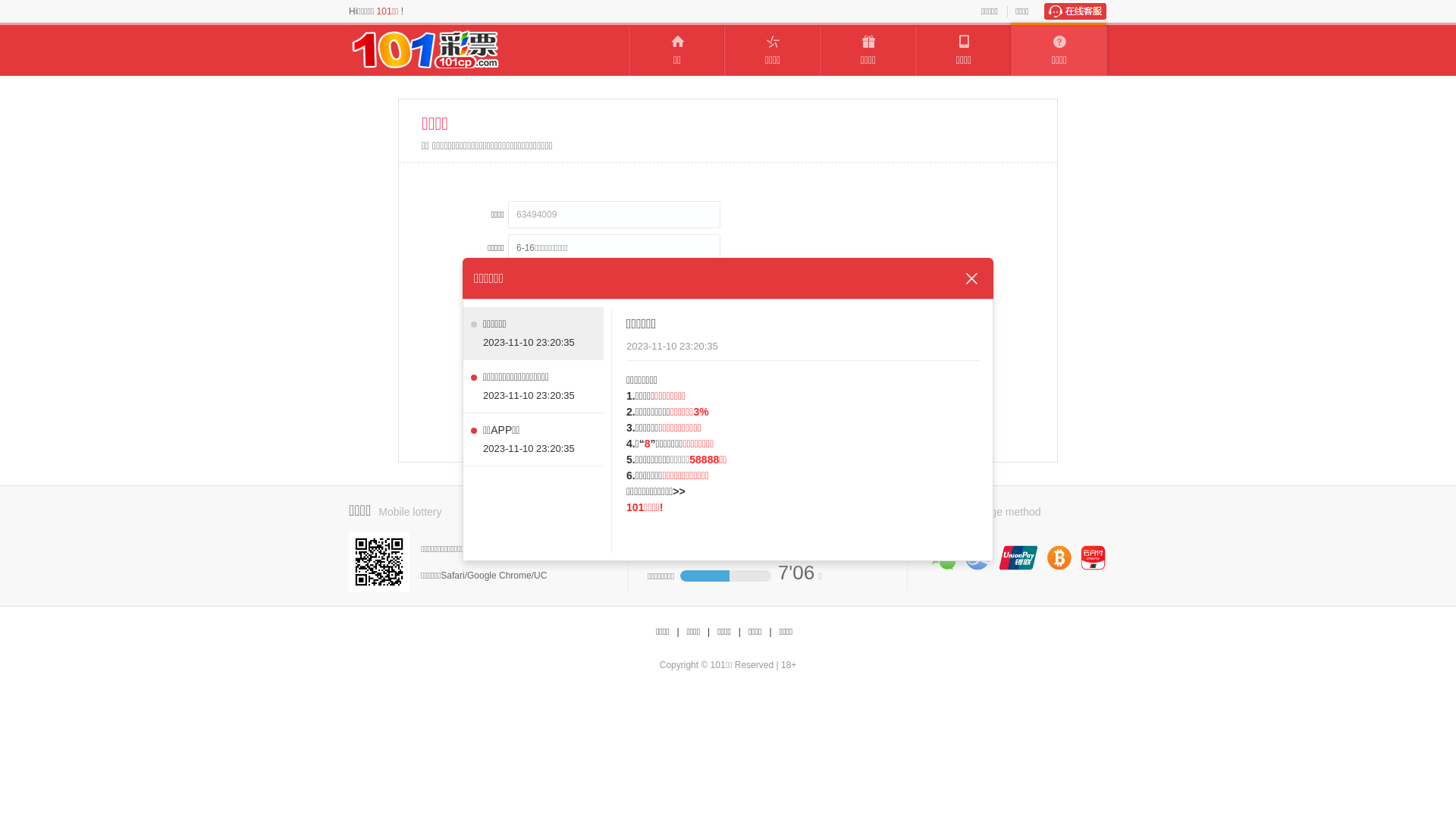  I want to click on '|', so click(676, 632).